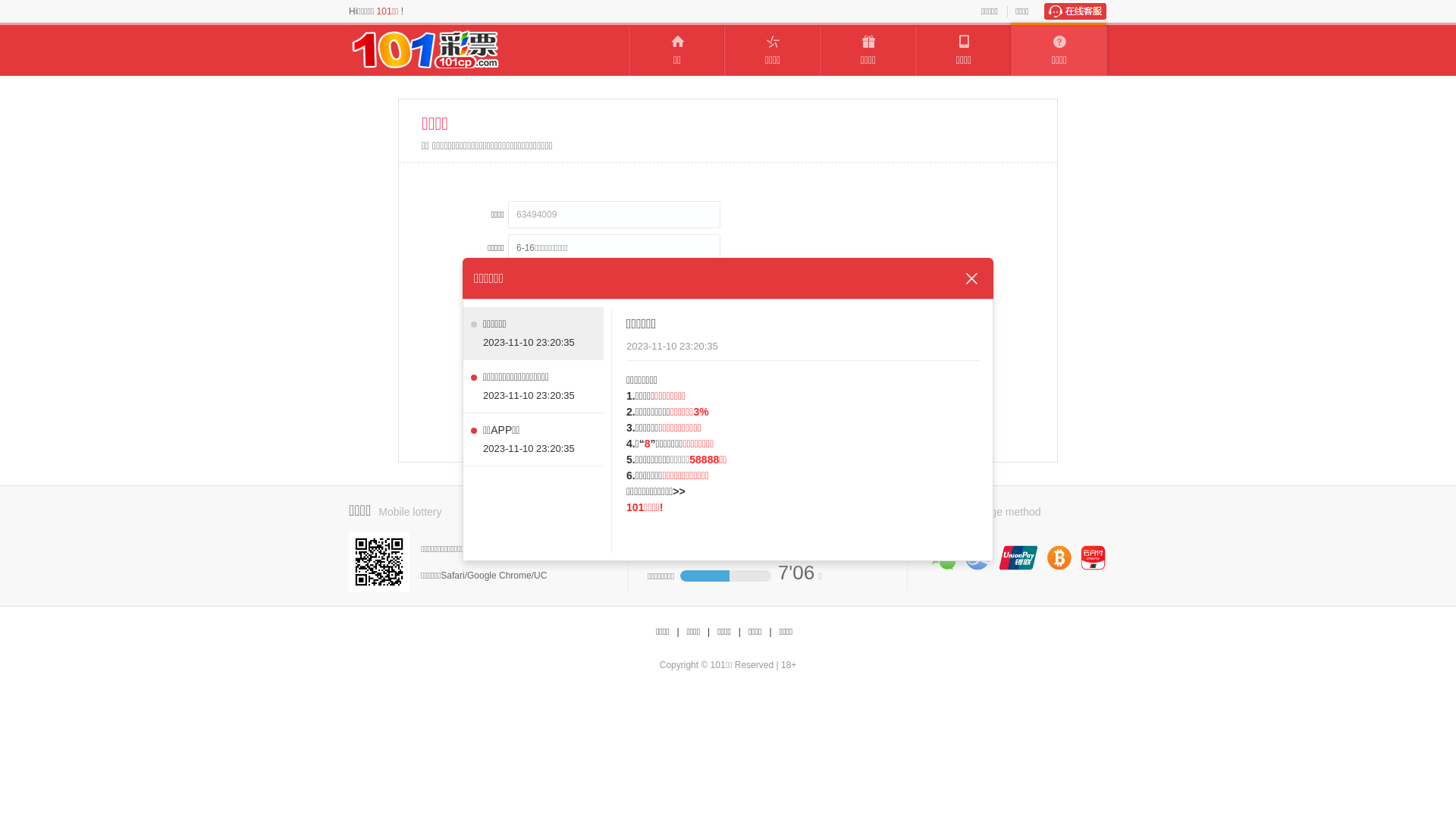  I want to click on '|', so click(676, 632).